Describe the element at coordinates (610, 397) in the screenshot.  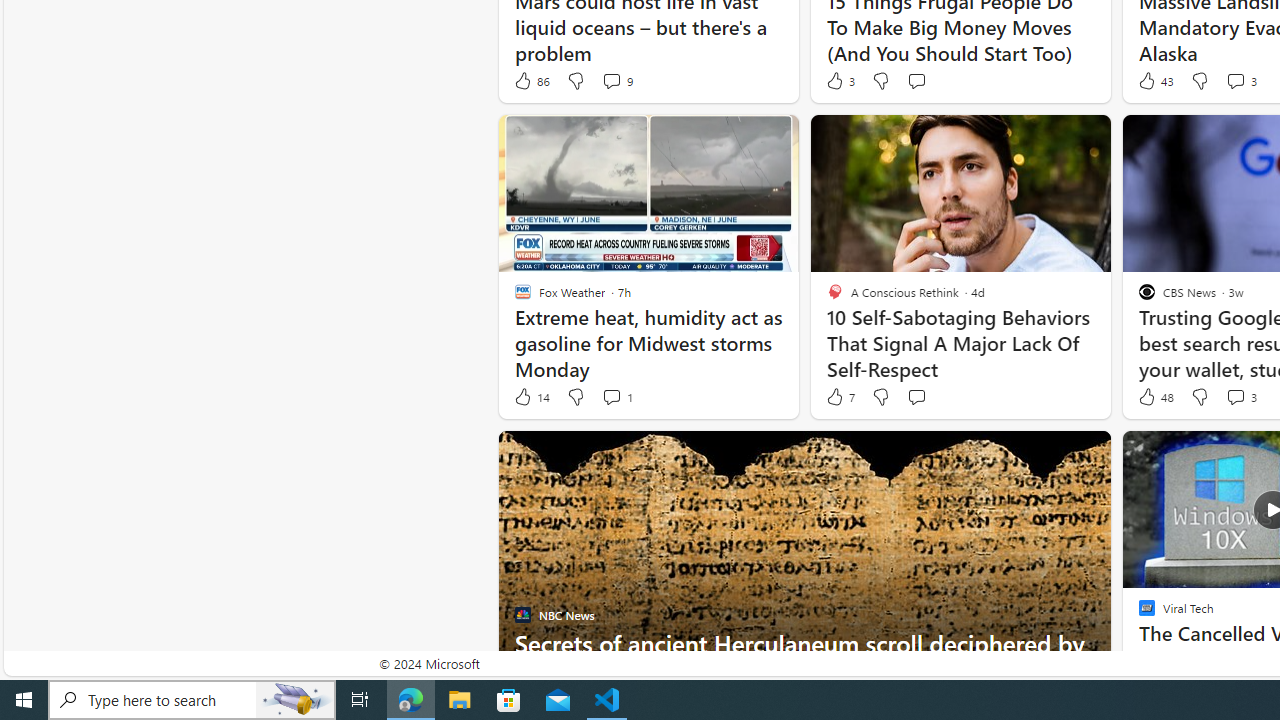
I see `'View comments 1 Comment'` at that location.